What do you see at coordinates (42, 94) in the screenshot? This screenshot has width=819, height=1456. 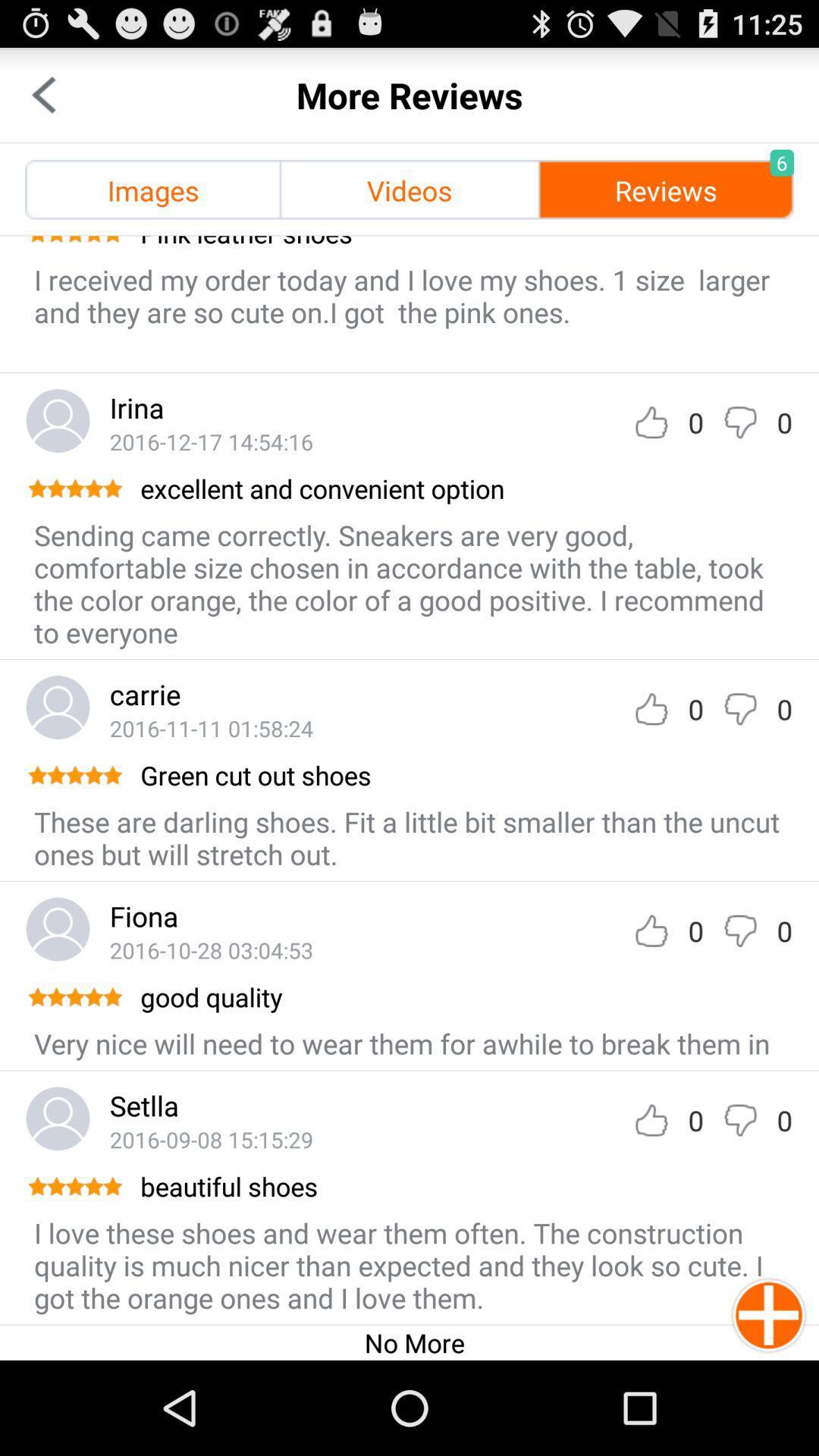 I see `app to the left of the more reviews app` at bounding box center [42, 94].